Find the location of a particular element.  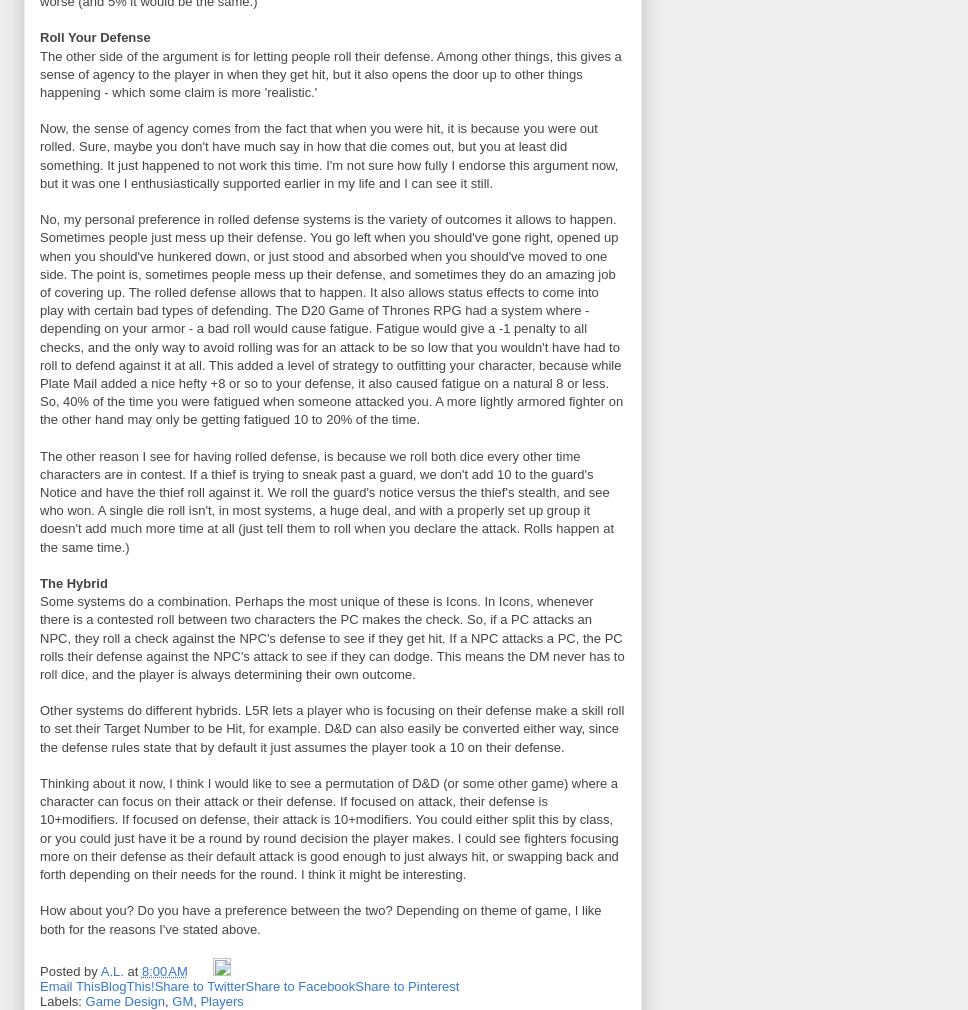

'The Hybrid' is located at coordinates (72, 581).